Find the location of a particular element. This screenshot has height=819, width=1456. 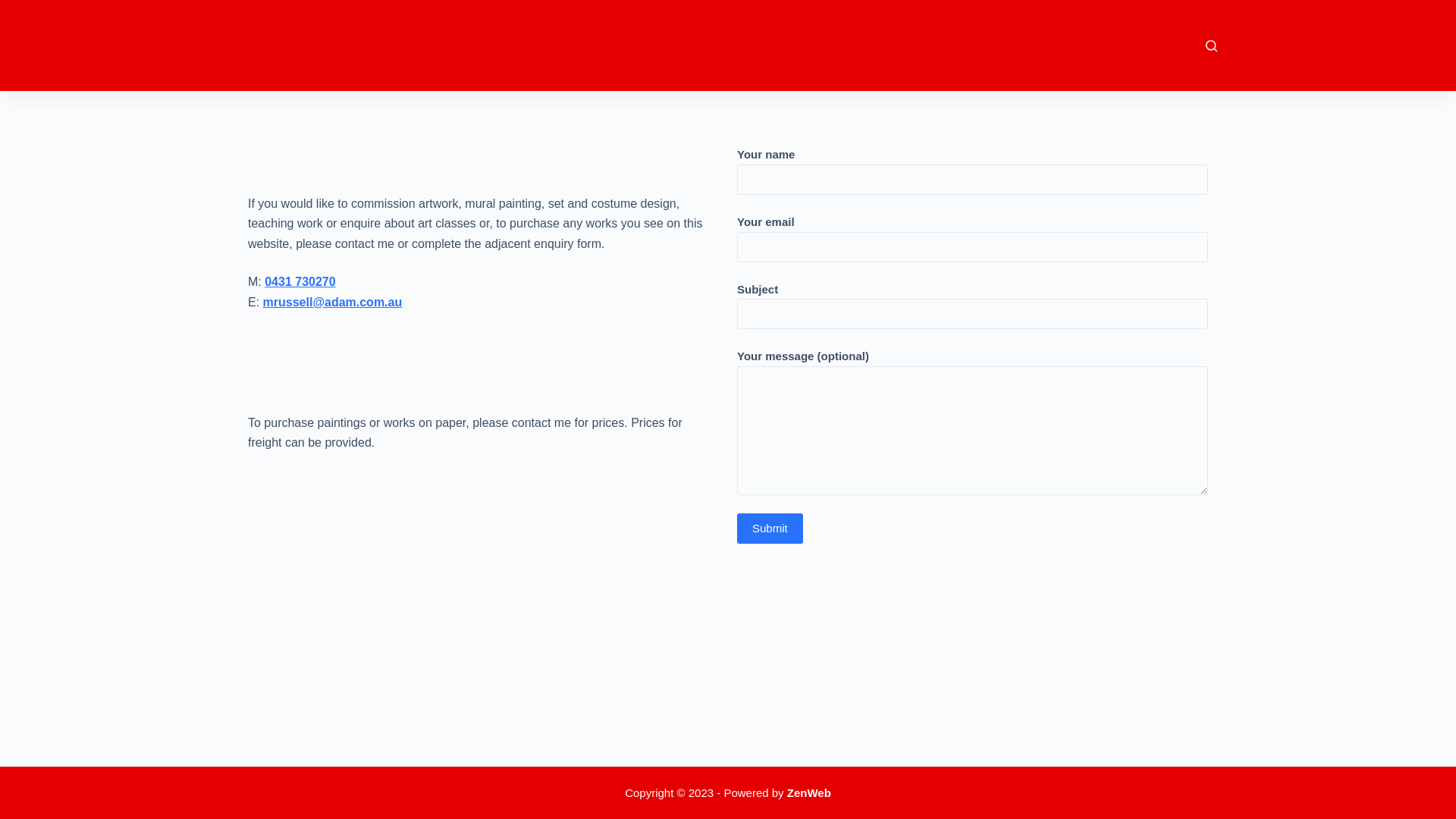

'Meredith Russell' is located at coordinates (307, 36).